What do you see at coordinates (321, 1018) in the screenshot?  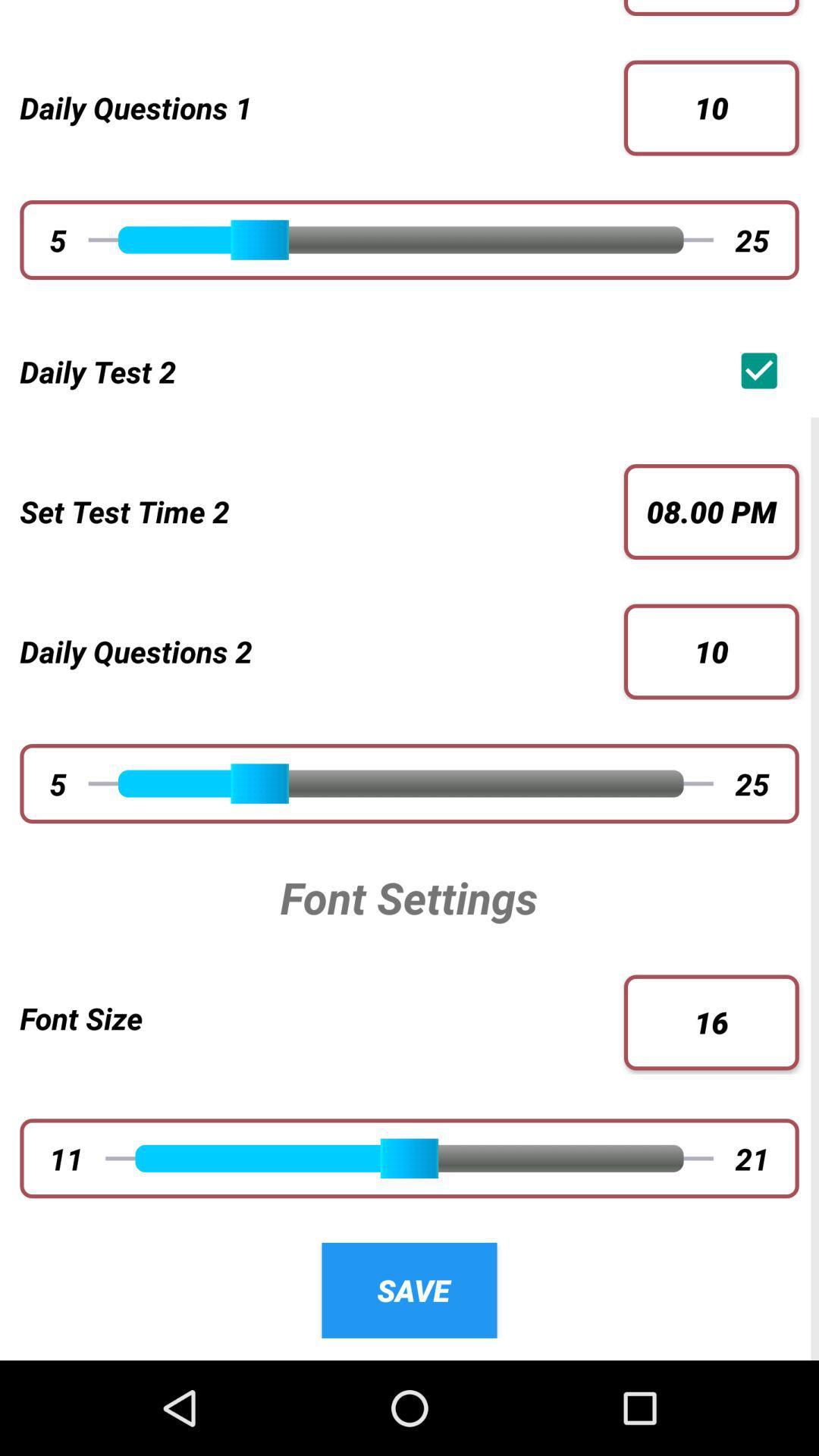 I see `the app below the font settings` at bounding box center [321, 1018].